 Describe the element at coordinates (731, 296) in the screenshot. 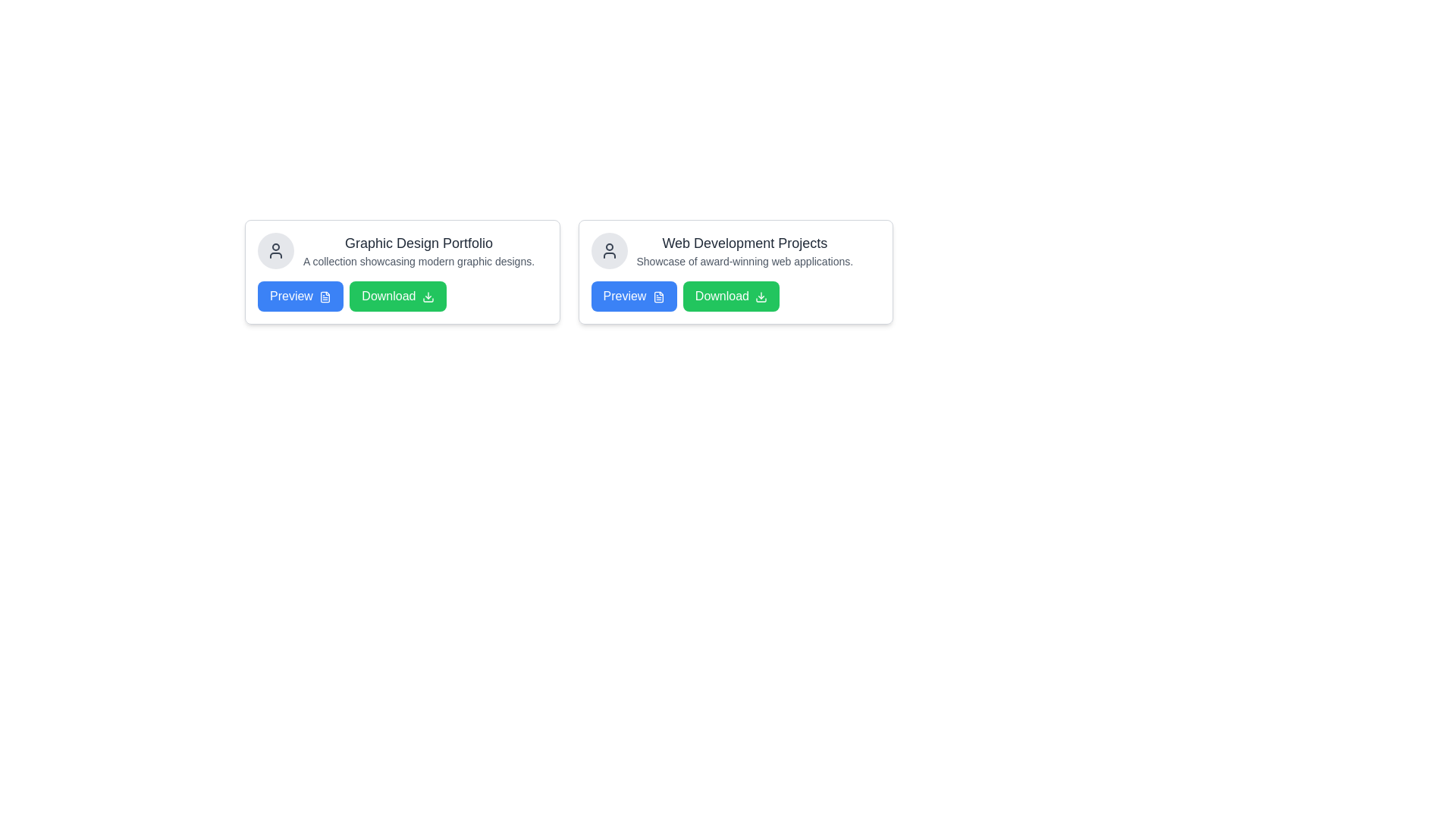

I see `the download button located to the right of the 'Preview' button in the second card group to initiate the download of content related to the 'Web Development Projects' card` at that location.